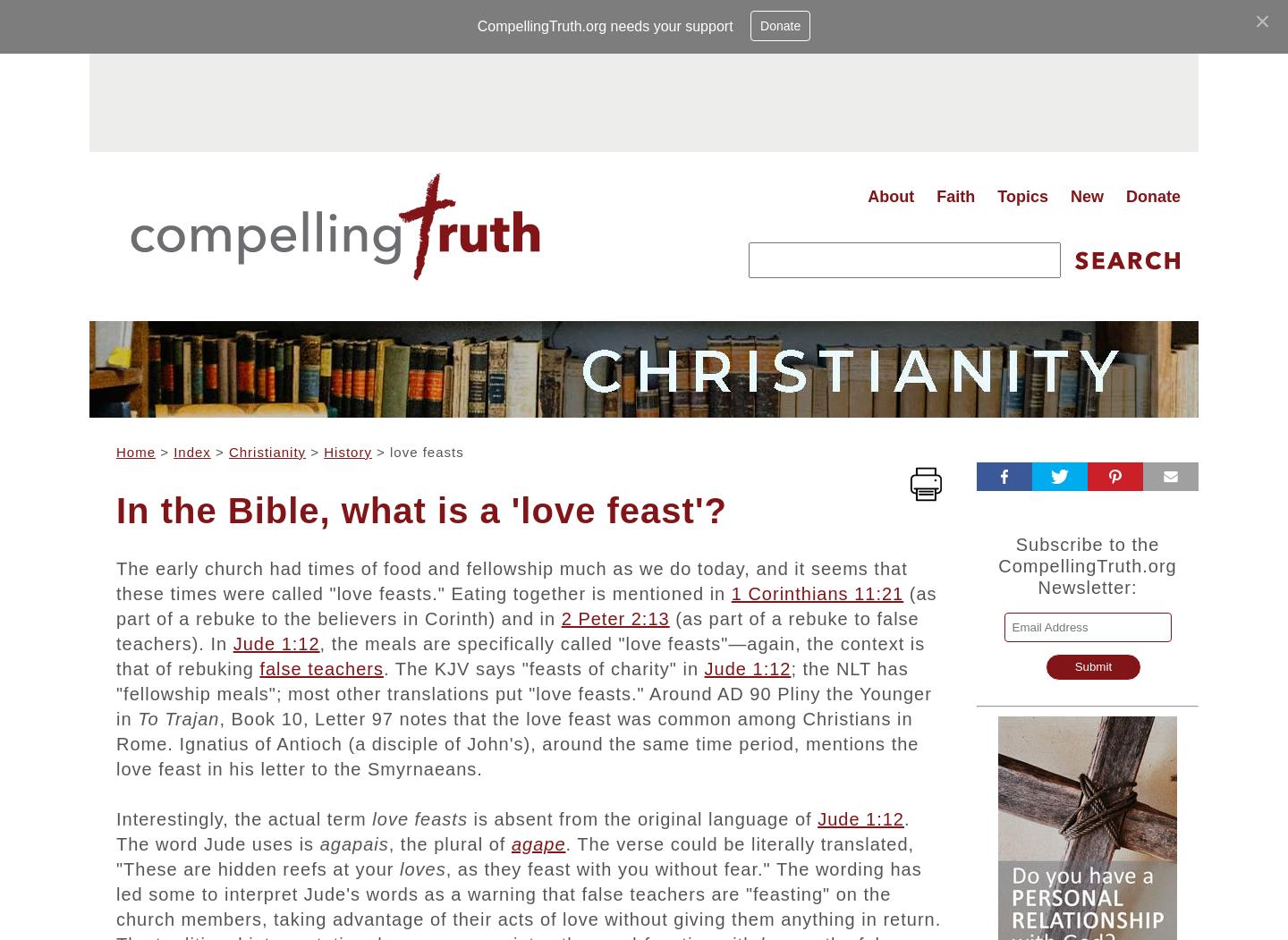  I want to click on '> love feasts', so click(417, 452).